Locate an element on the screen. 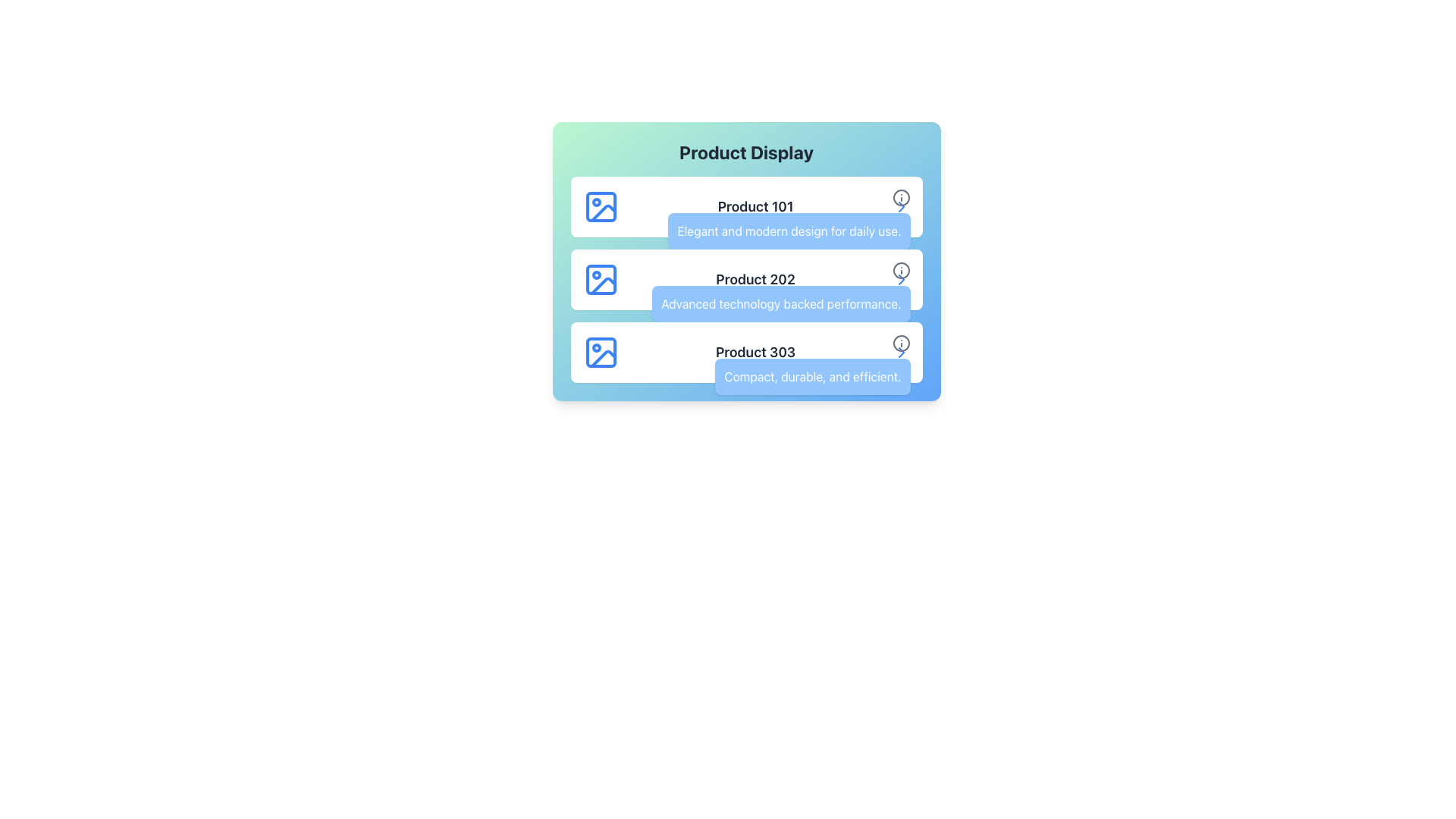  the decorative icon representing 'Product 303' located on the left side of the third product item in the 'Product Display' list is located at coordinates (600, 353).